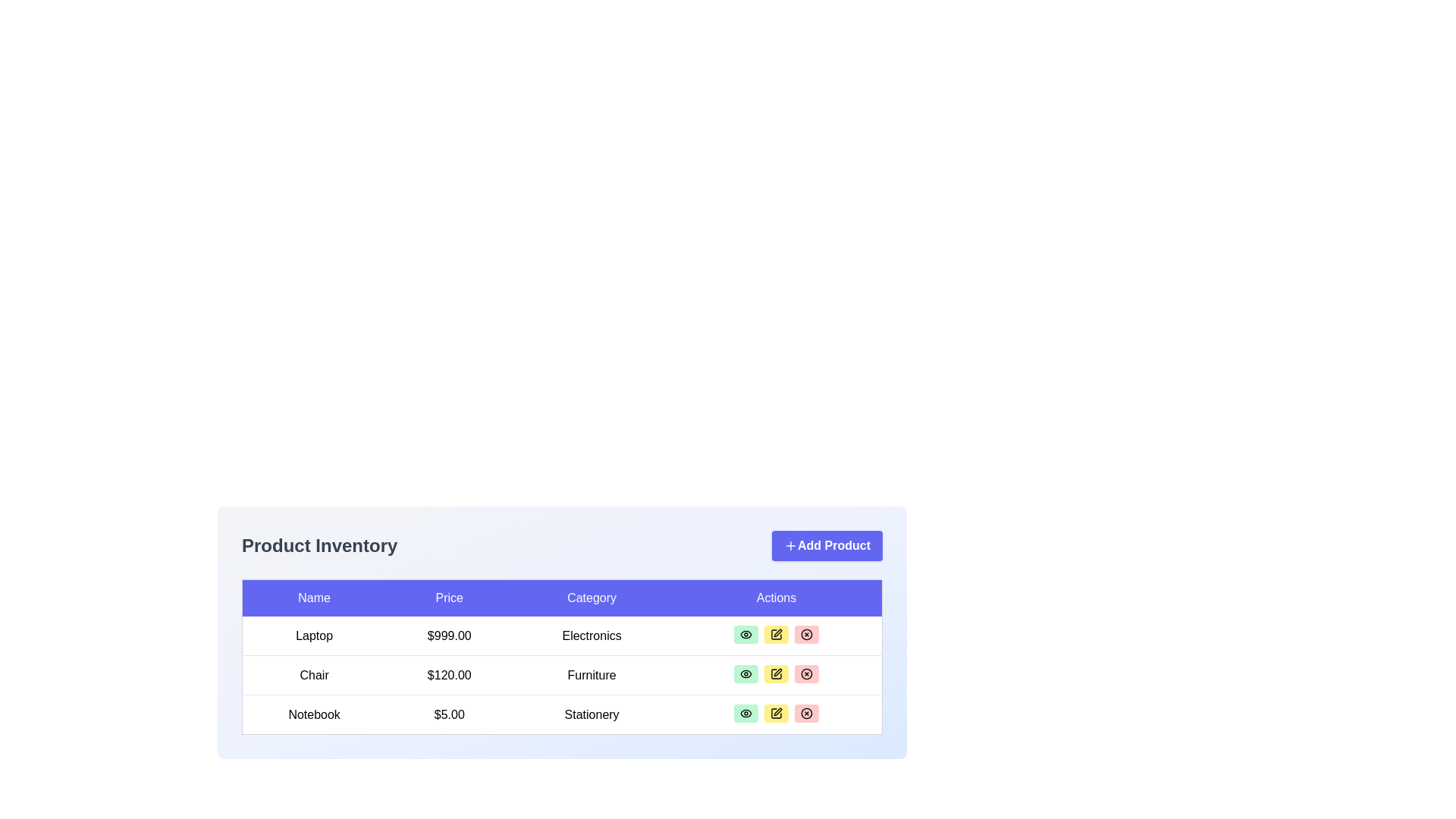  I want to click on the red circular button with an 'X' icon in the 'Actions' column of the 'Product Inventory' table, so click(805, 714).